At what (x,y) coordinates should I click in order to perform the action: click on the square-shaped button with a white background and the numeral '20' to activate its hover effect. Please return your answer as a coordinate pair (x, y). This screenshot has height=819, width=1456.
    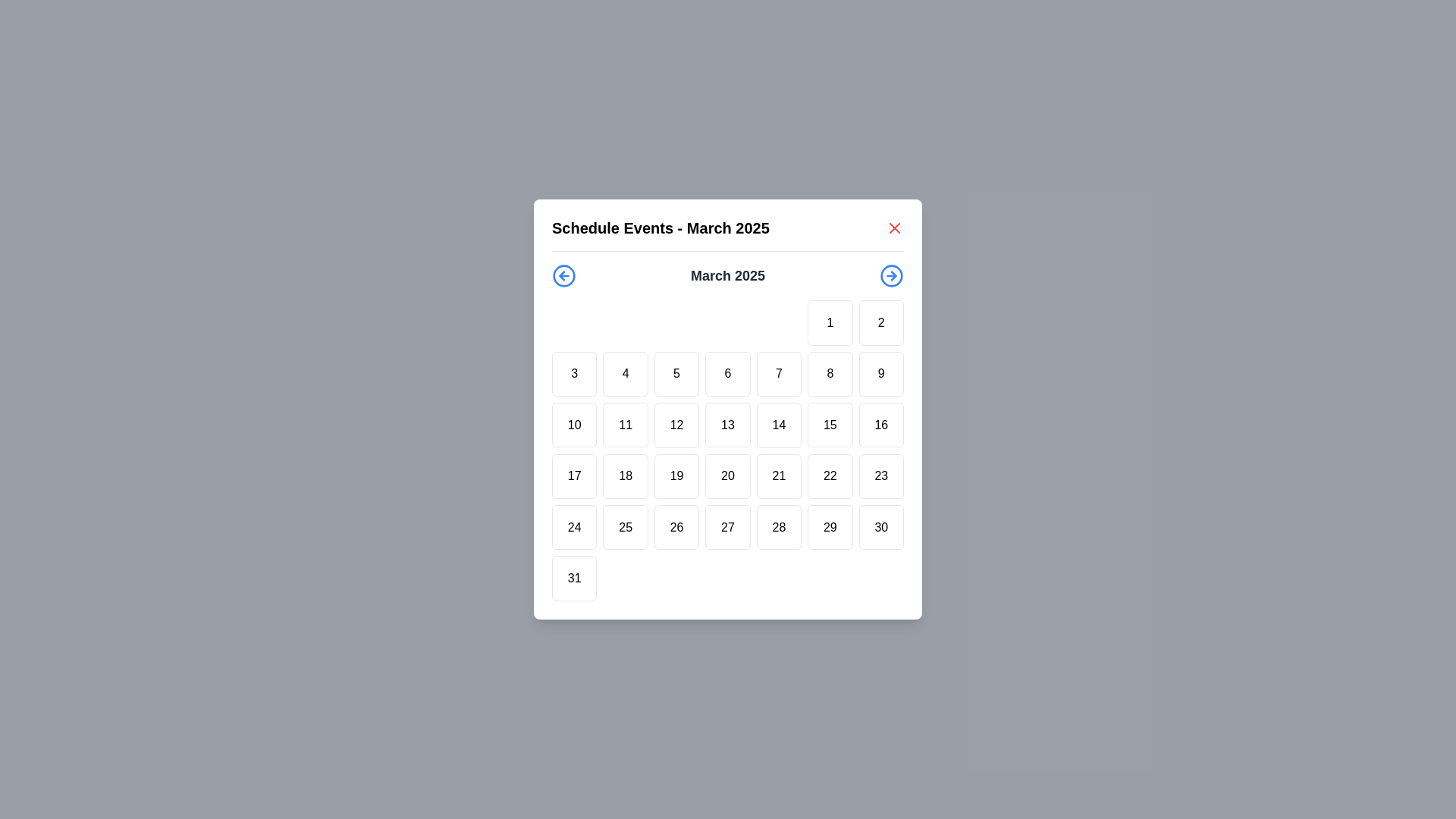
    Looking at the image, I should click on (728, 475).